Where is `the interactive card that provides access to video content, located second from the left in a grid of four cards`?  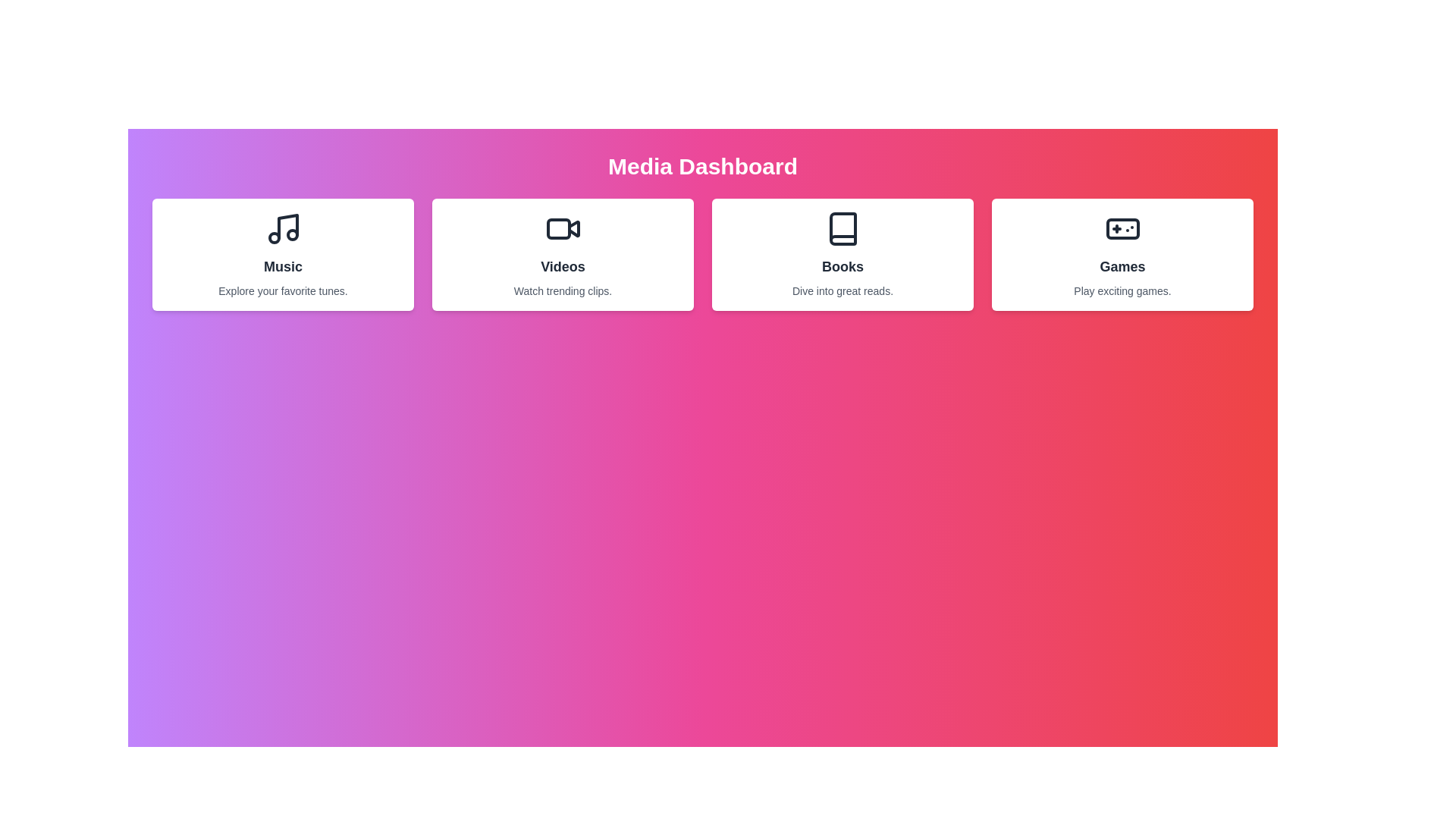
the interactive card that provides access to video content, located second from the left in a grid of four cards is located at coordinates (562, 253).